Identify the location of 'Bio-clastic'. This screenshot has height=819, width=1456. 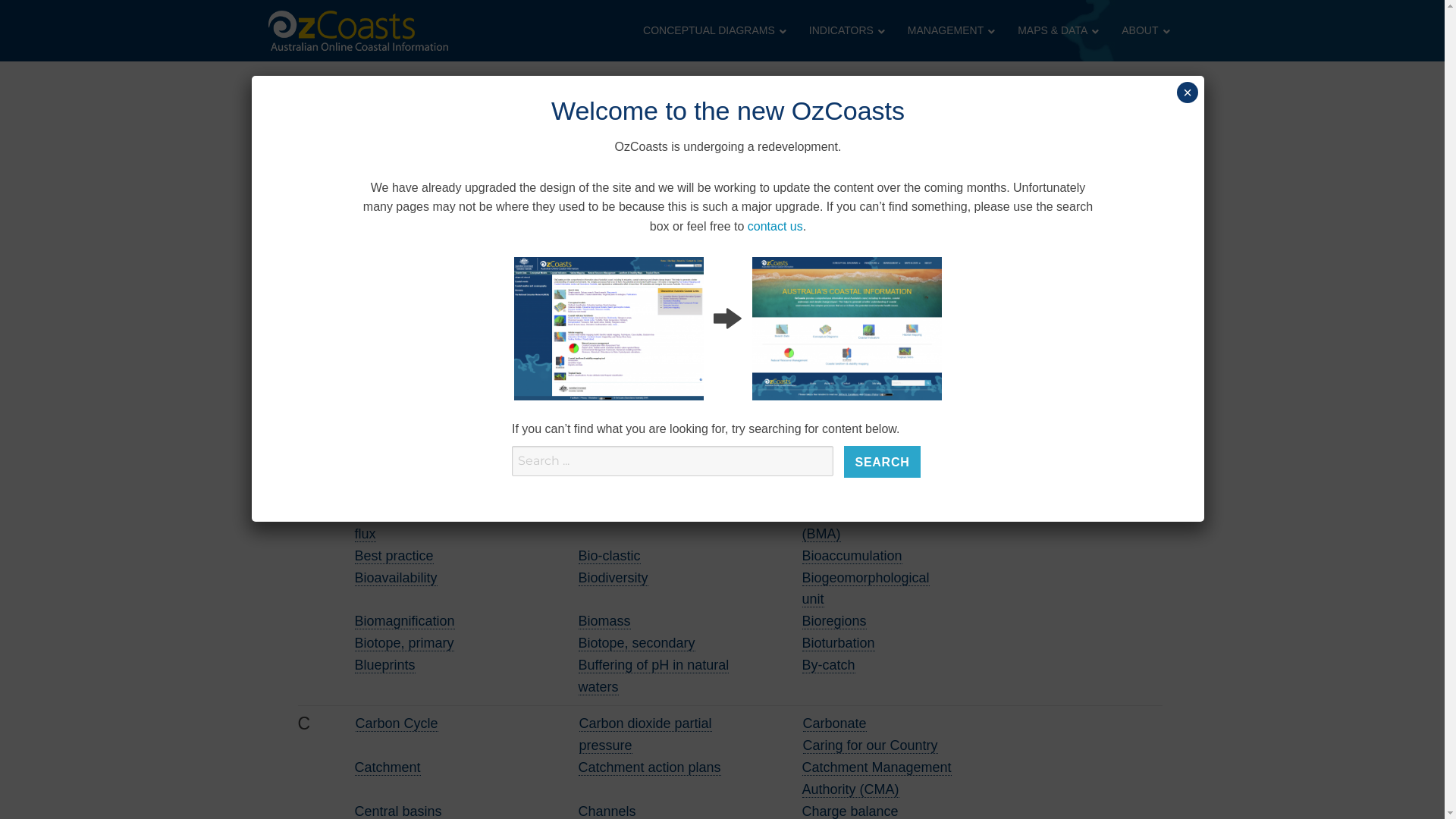
(608, 556).